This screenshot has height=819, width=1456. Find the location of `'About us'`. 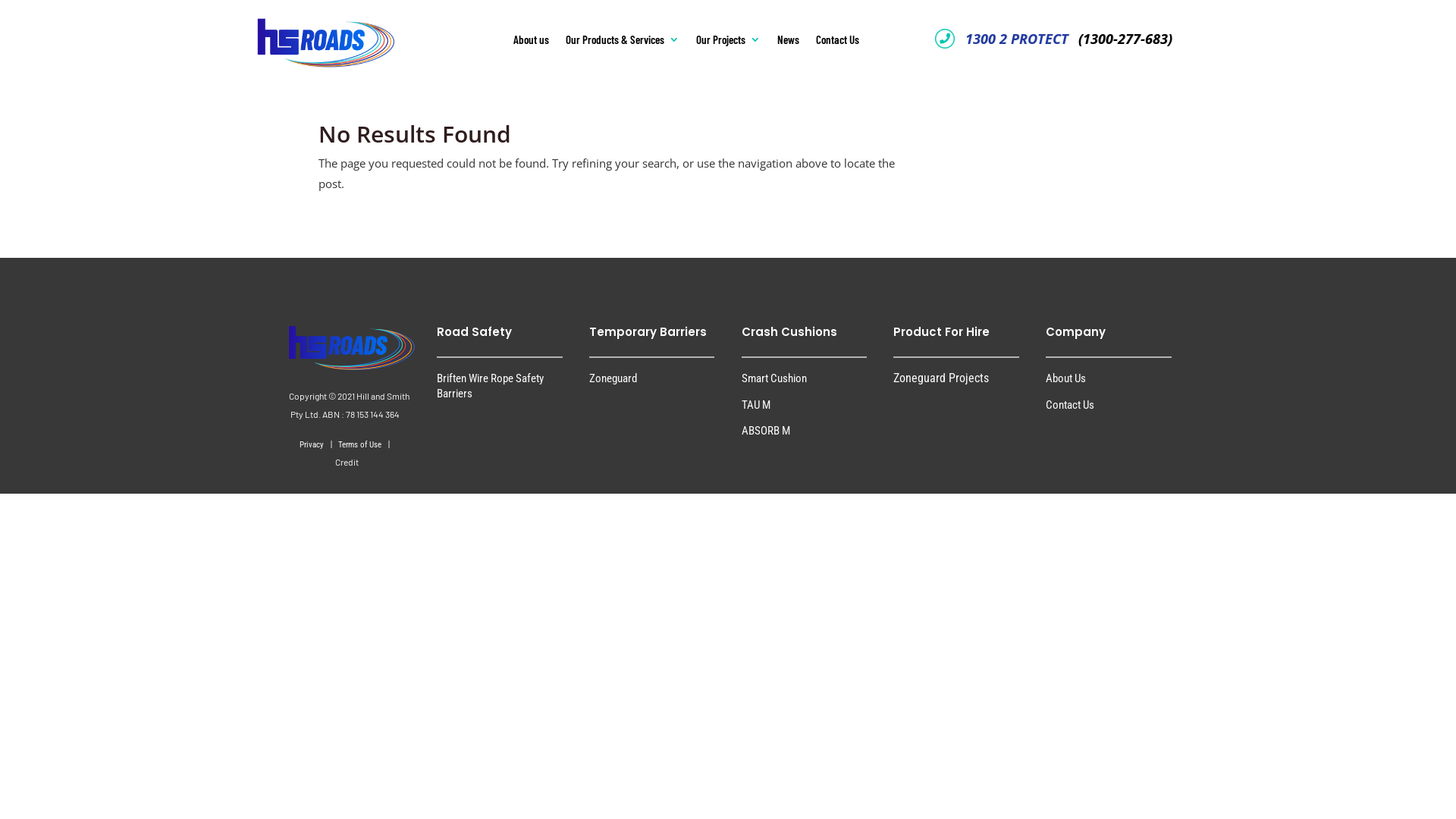

'About us' is located at coordinates (531, 42).